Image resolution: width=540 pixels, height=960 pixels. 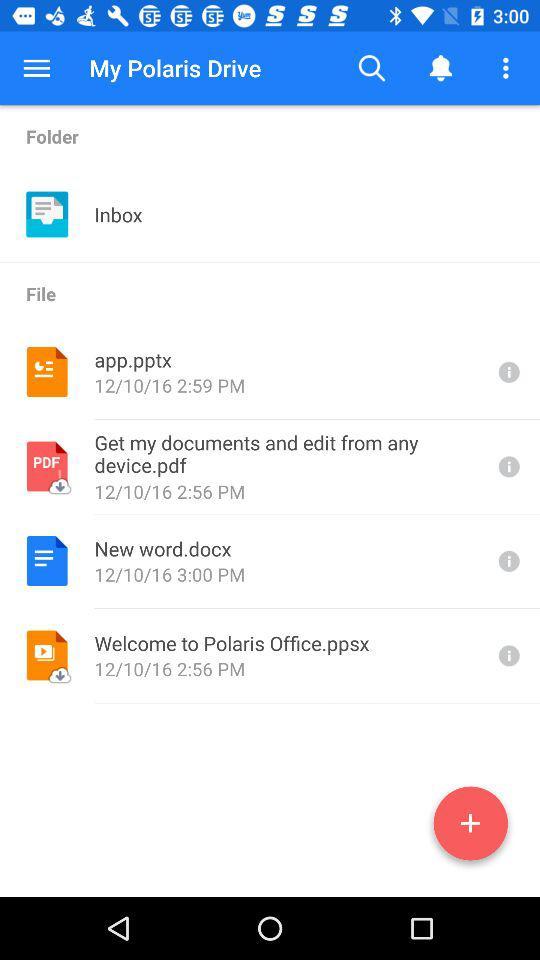 What do you see at coordinates (372, 68) in the screenshot?
I see `the button to the right of the my polaris drive item` at bounding box center [372, 68].